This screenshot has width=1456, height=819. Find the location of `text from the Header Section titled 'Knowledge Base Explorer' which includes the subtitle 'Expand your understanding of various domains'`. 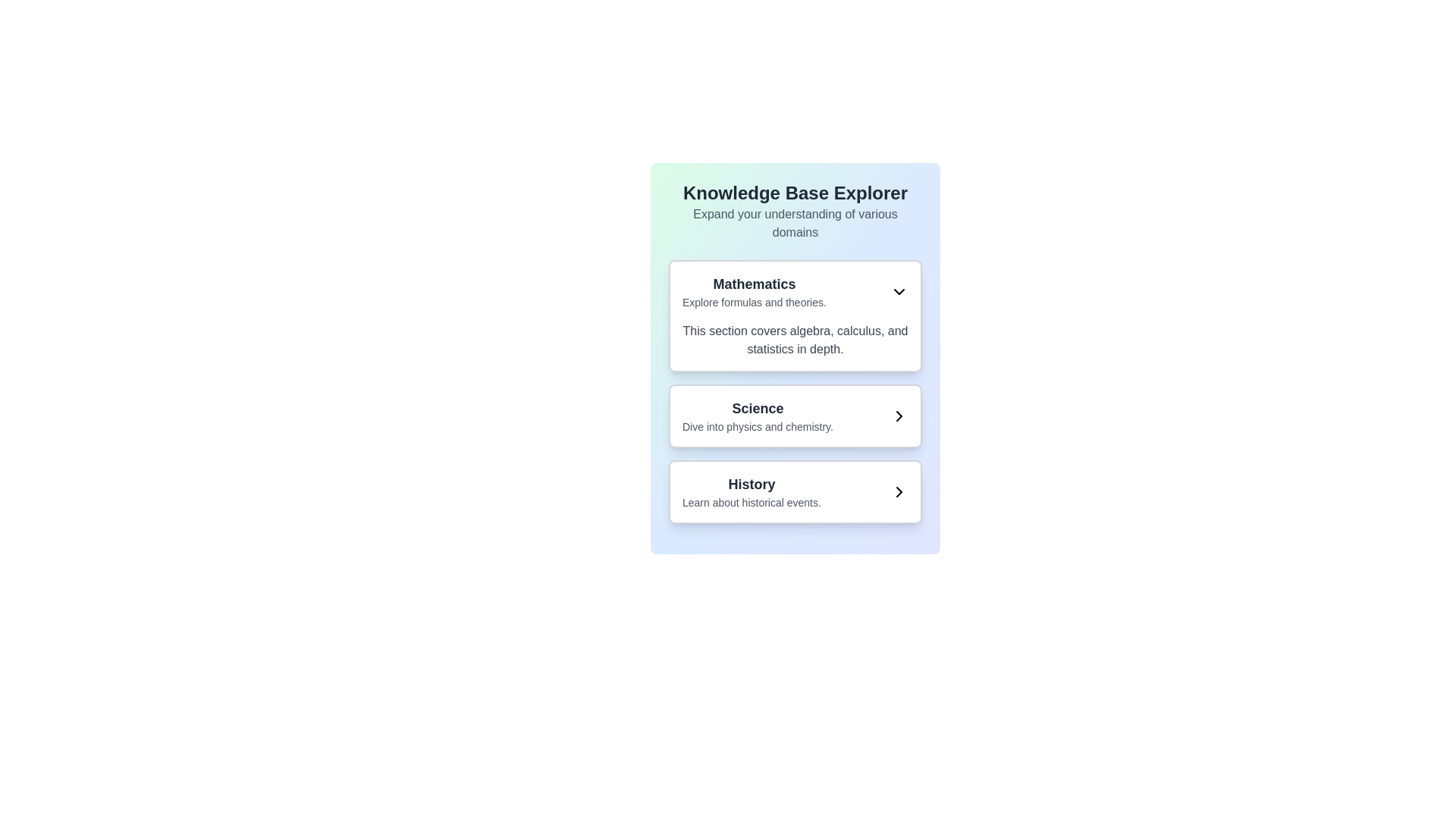

text from the Header Section titled 'Knowledge Base Explorer' which includes the subtitle 'Expand your understanding of various domains' is located at coordinates (795, 211).